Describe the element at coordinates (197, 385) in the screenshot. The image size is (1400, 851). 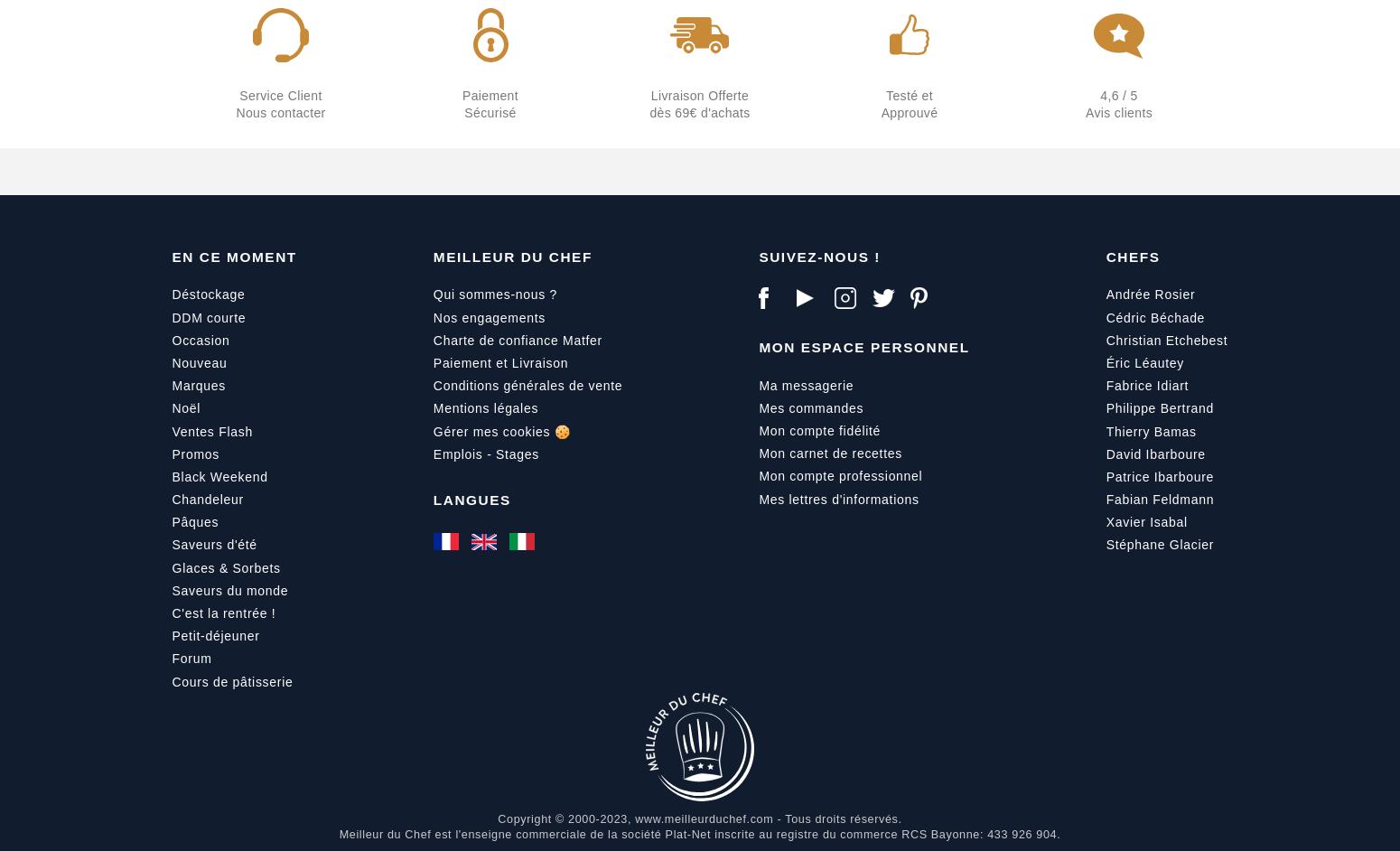
I see `'Marques'` at that location.